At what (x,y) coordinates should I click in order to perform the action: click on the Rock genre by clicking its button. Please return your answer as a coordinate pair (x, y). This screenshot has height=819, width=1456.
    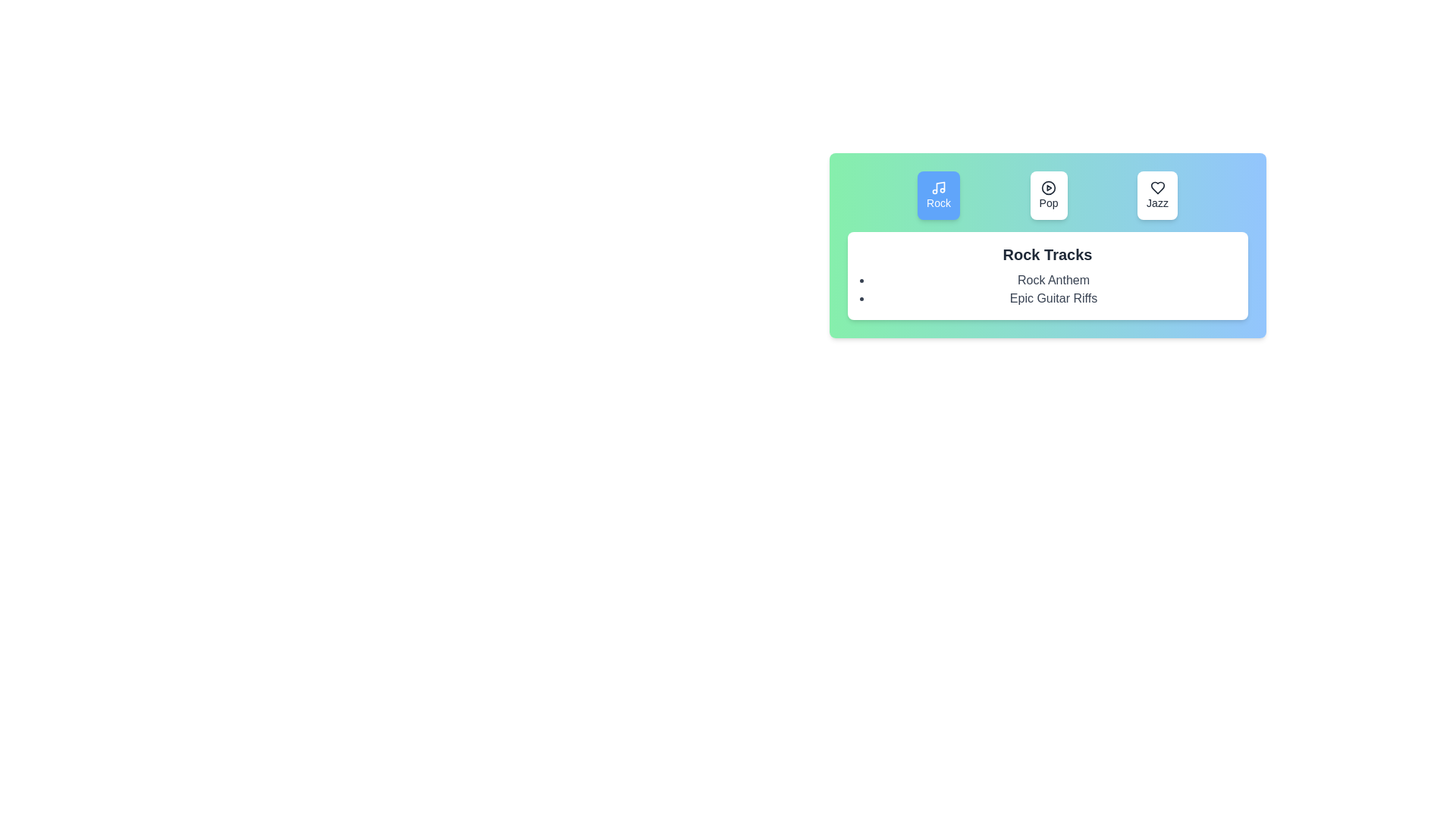
    Looking at the image, I should click on (938, 195).